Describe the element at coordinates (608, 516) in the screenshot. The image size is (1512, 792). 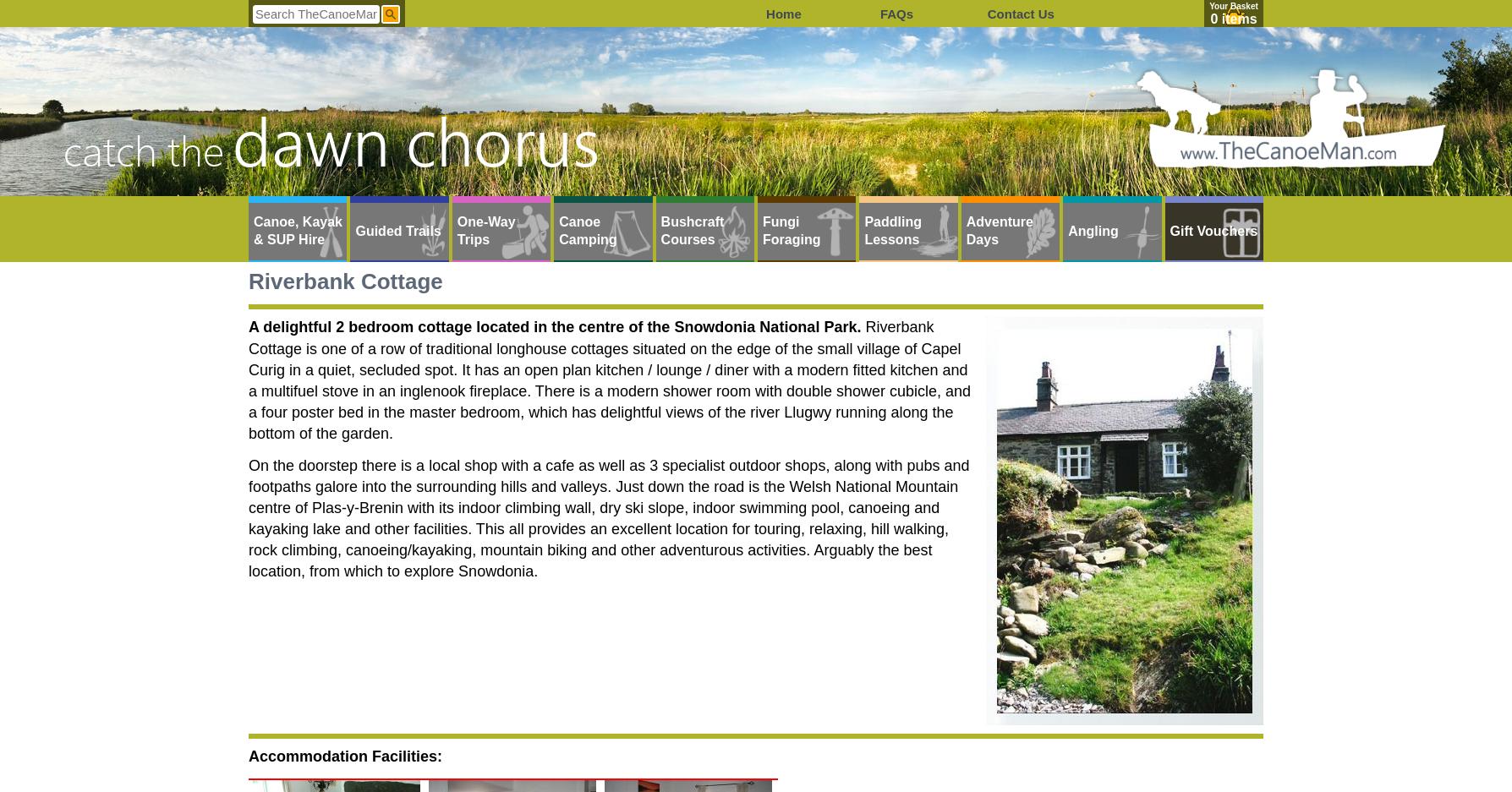
I see `'On the doorstep there is a local shop with a cafe as well as 3 specialist outdoor shops, along with pubs and footpaths galore into the surrounding hills and valleys. Just down the road is the Welsh National Mountain centre of Plas-y-Brenin with its indoor climbing wall, dry ski slope, indoor swimming pool, canoeing and kayaking lake and other facilities. This all provides an excellent location for touring, relaxing, hill walking, rock climbing, canoeing/kayaking, mountain biking and other adventurous activities. Arguably the best location, from which to explore Snowdonia.'` at that location.